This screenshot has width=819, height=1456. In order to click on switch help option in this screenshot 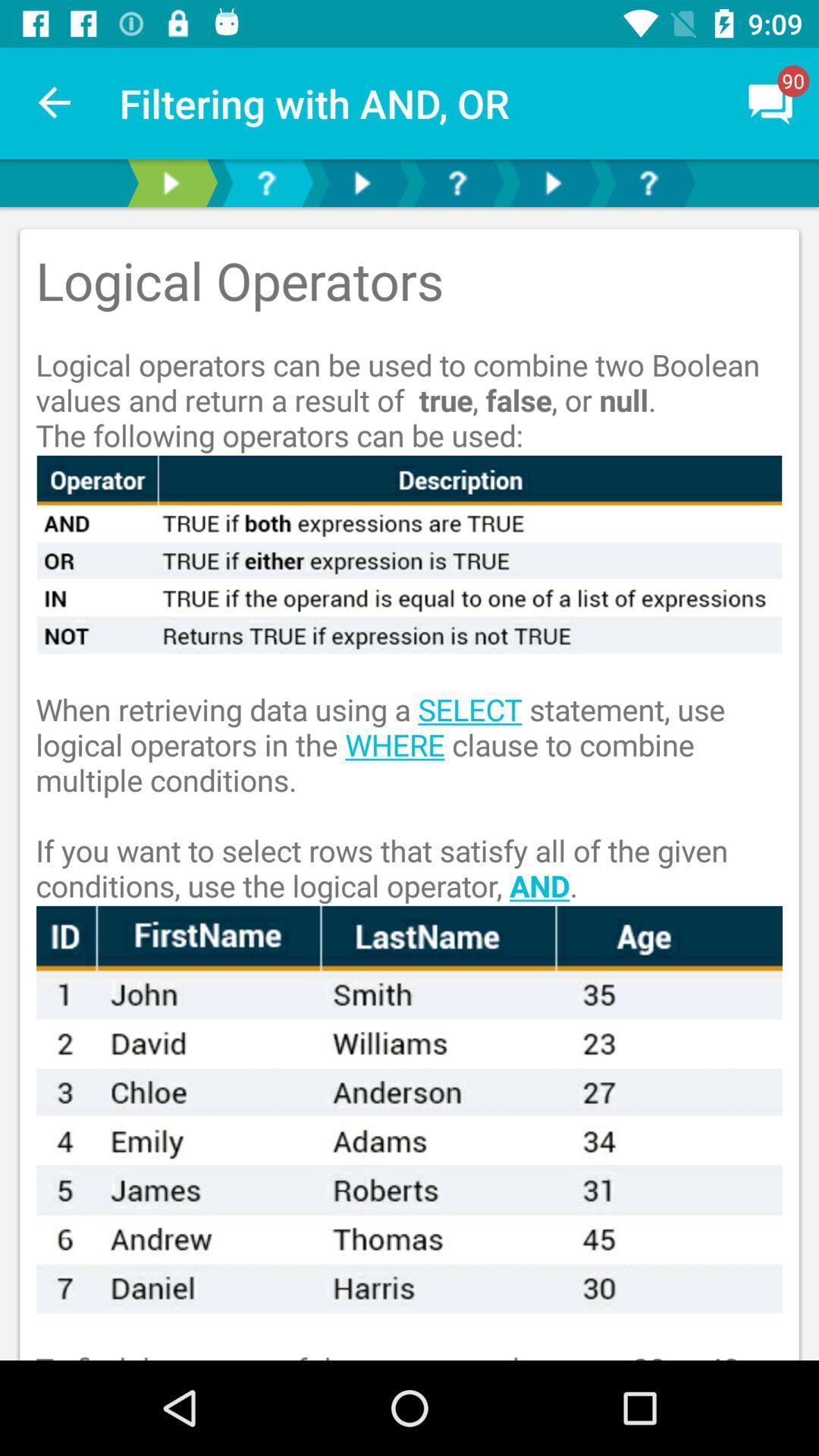, I will do `click(265, 182)`.